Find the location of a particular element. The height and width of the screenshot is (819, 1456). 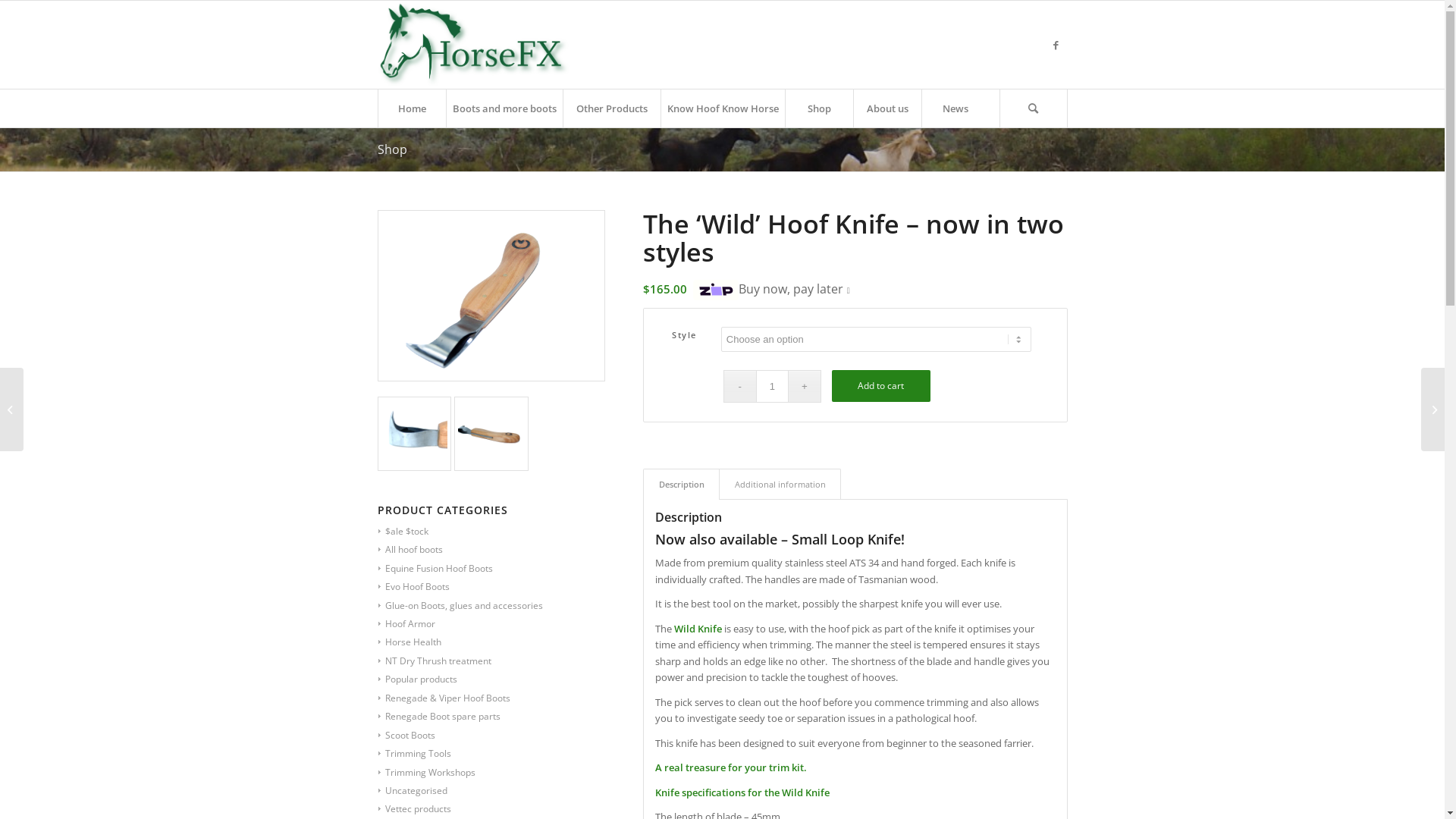

'All hoof boots' is located at coordinates (409, 549).